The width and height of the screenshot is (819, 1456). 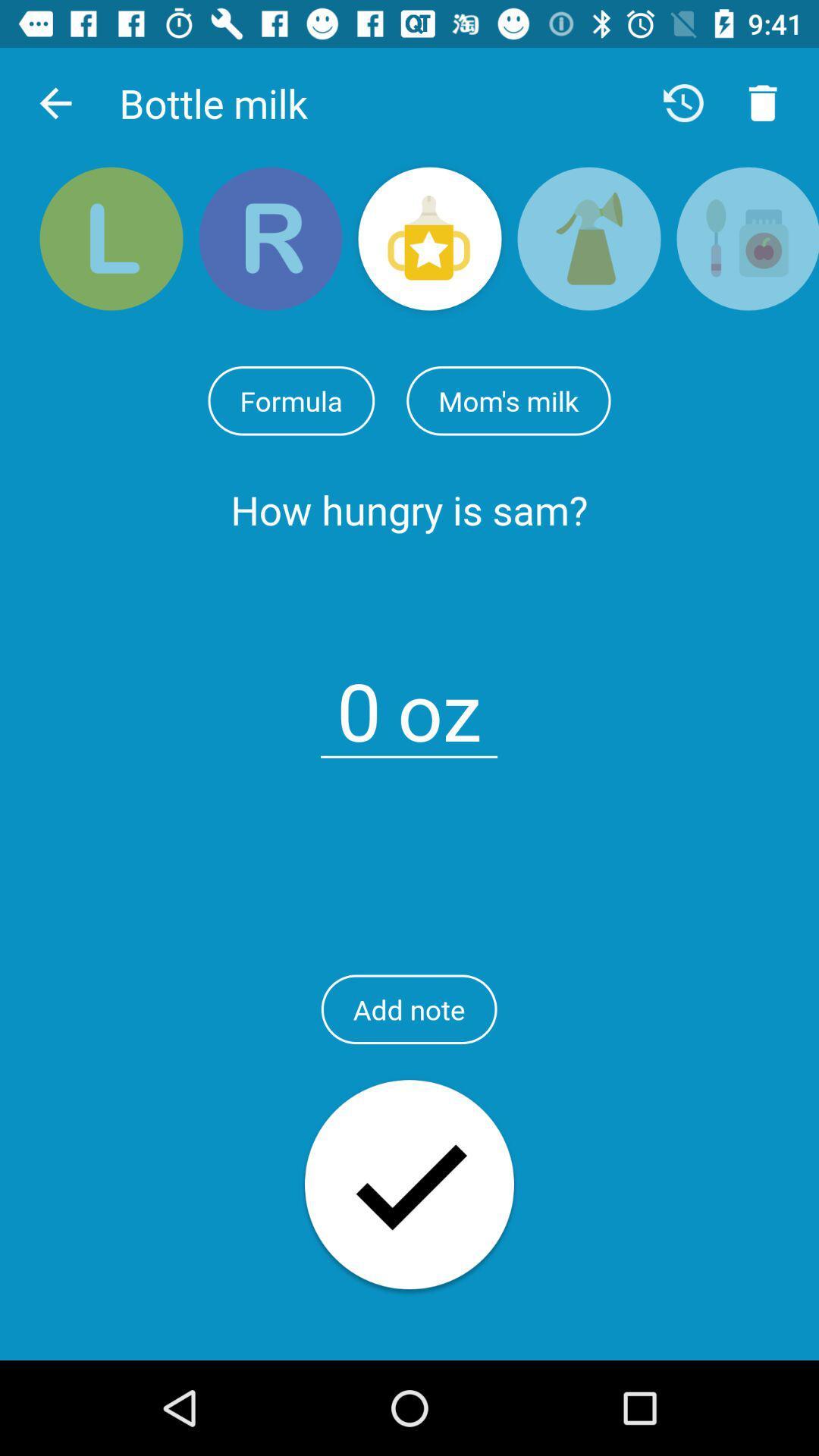 What do you see at coordinates (55, 102) in the screenshot?
I see `the app next to bottle milk` at bounding box center [55, 102].